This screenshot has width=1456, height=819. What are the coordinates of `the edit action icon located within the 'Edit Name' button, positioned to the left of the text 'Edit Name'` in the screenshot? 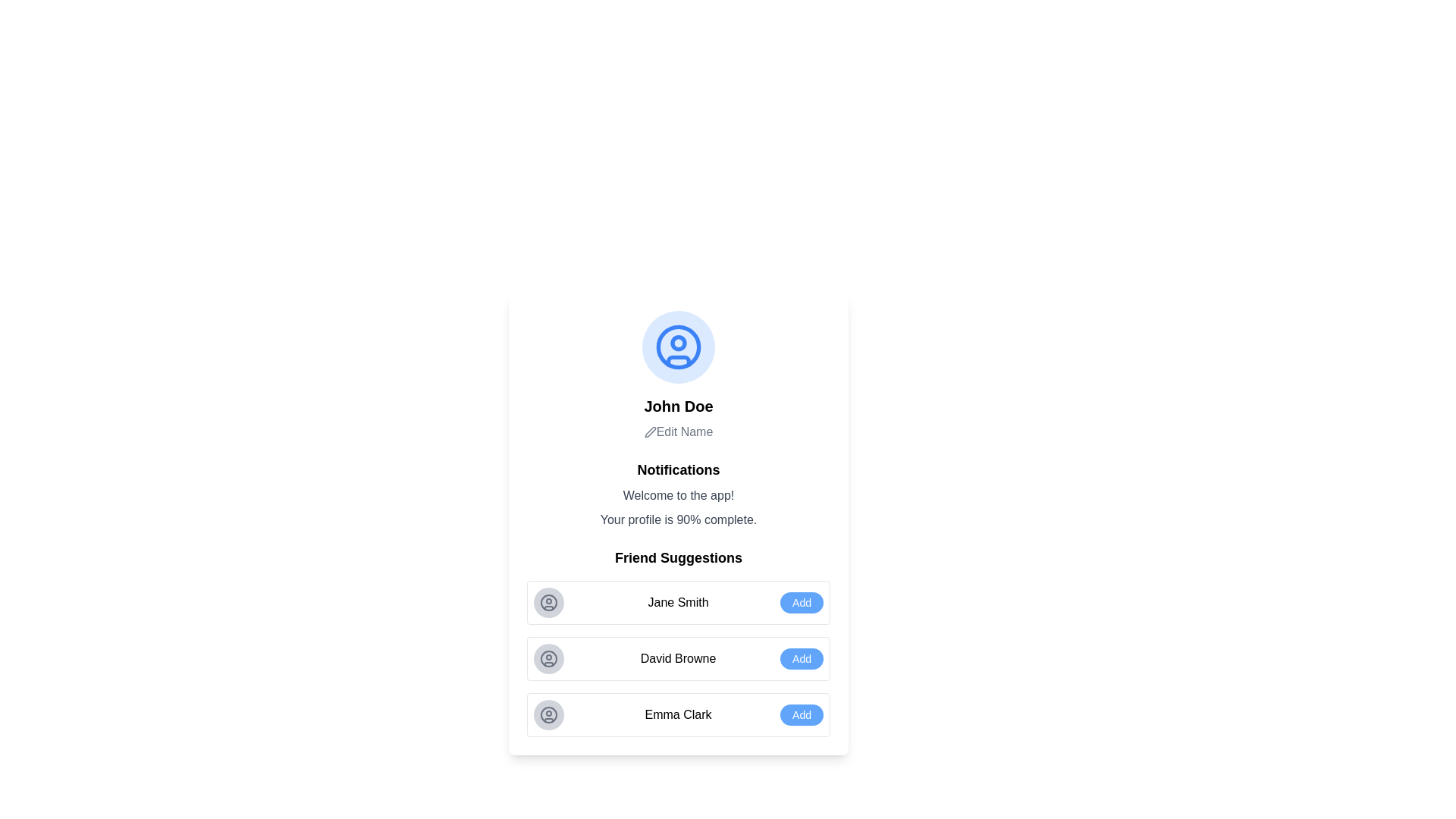 It's located at (650, 432).